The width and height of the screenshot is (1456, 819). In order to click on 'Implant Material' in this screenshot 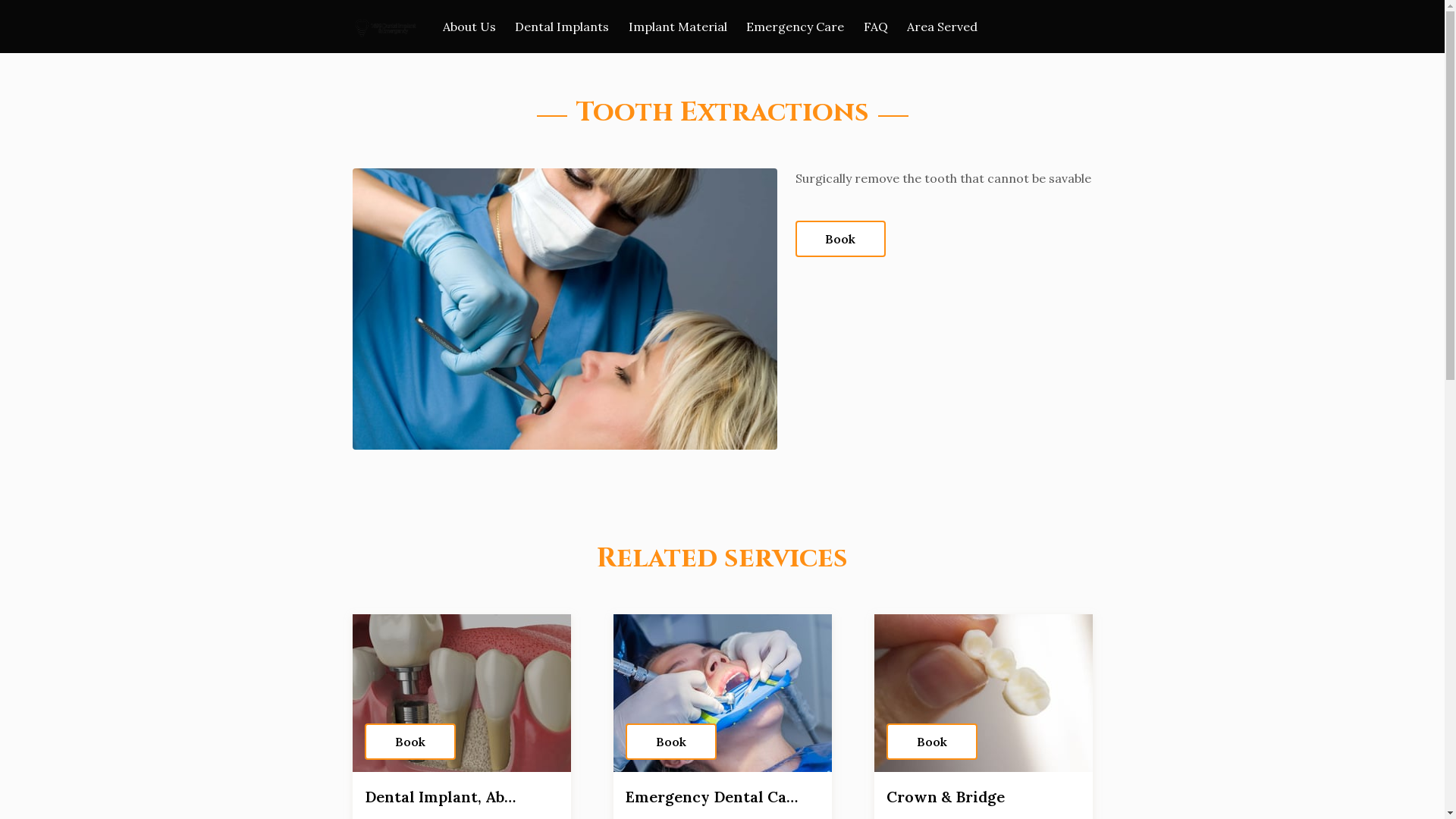, I will do `click(676, 26)`.